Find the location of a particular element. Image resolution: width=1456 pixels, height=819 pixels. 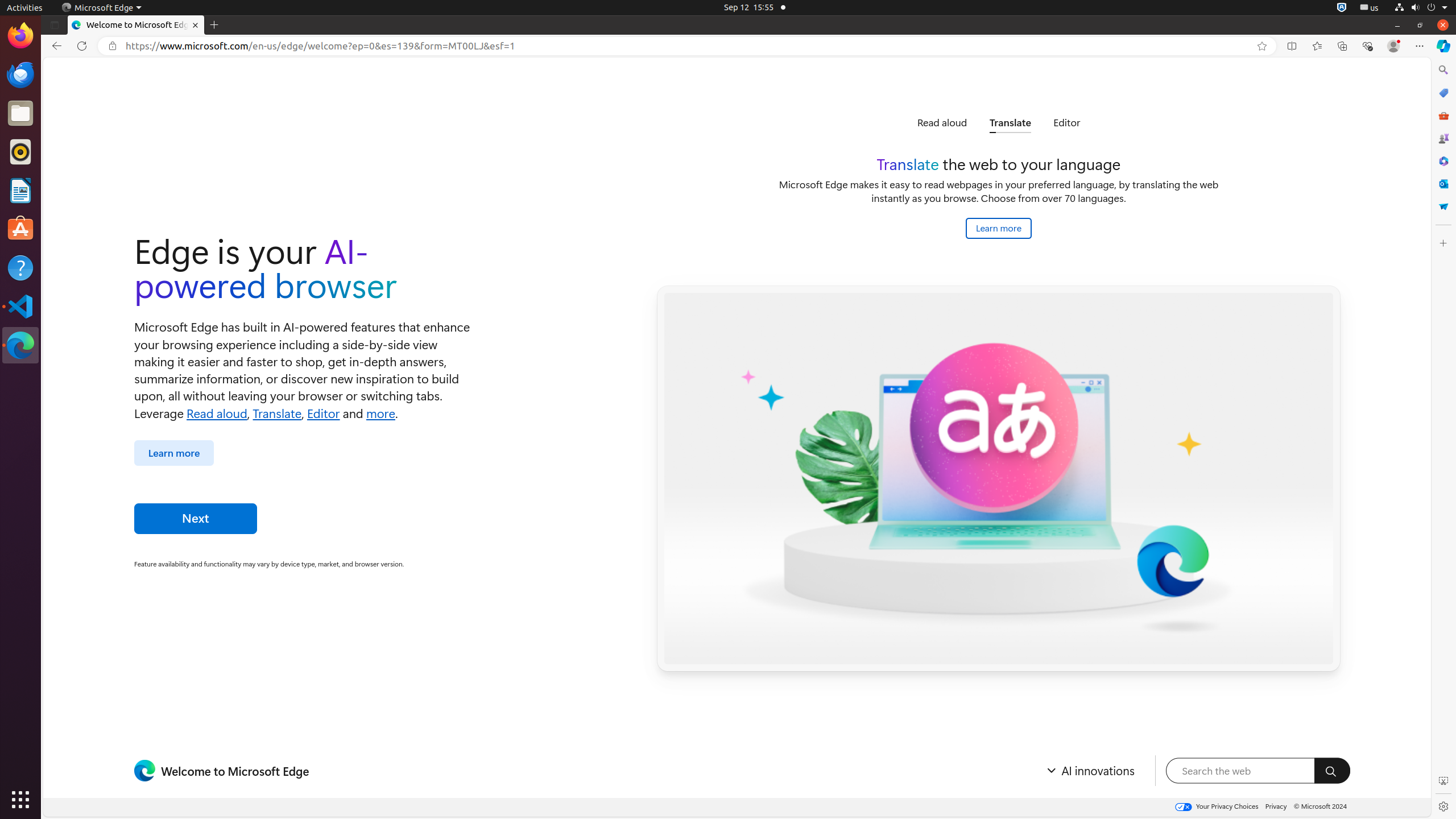

'LibreOffice Writer' is located at coordinates (20, 189).